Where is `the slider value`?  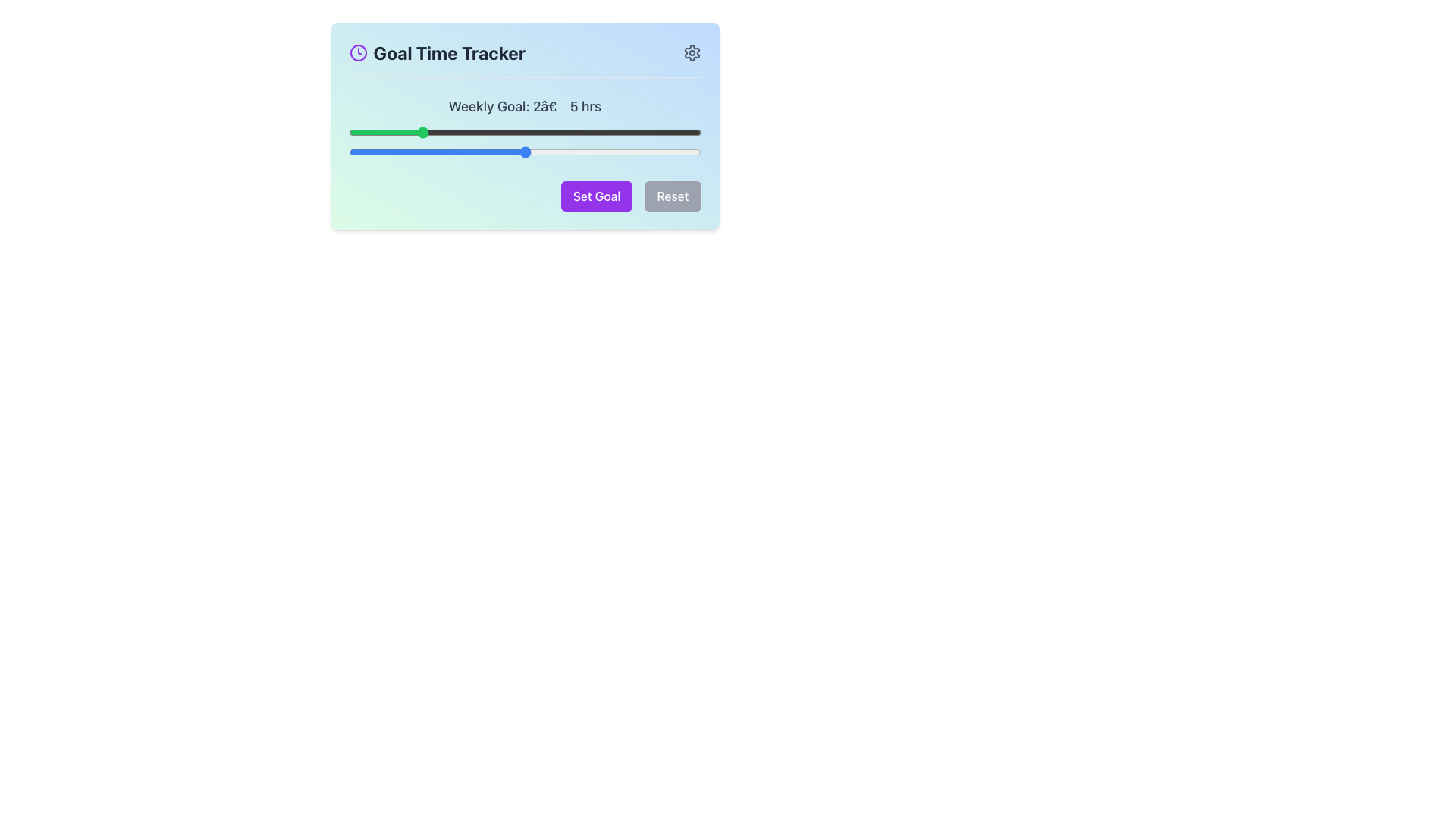
the slider value is located at coordinates (525, 152).